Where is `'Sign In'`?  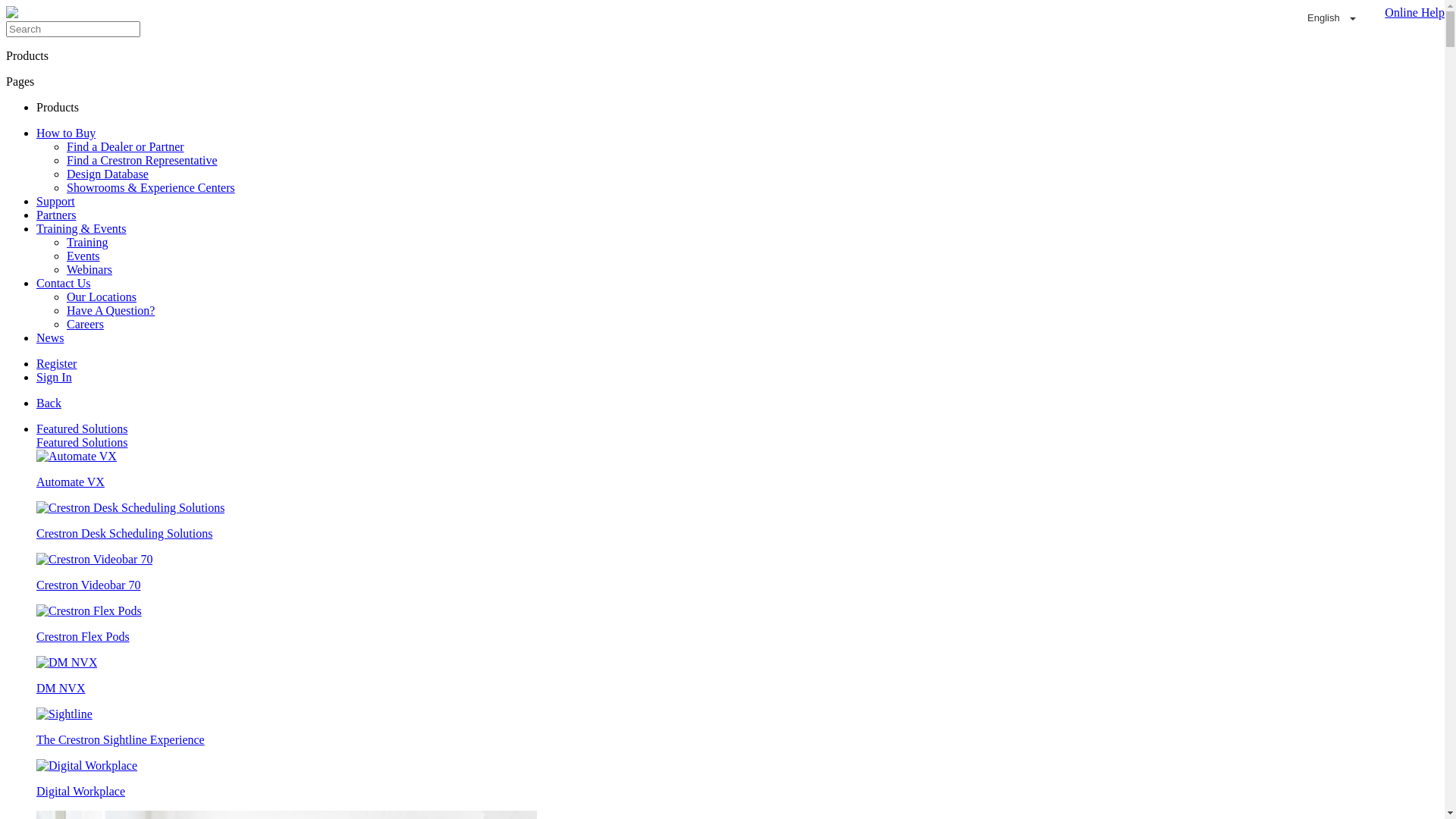
'Sign In' is located at coordinates (54, 376).